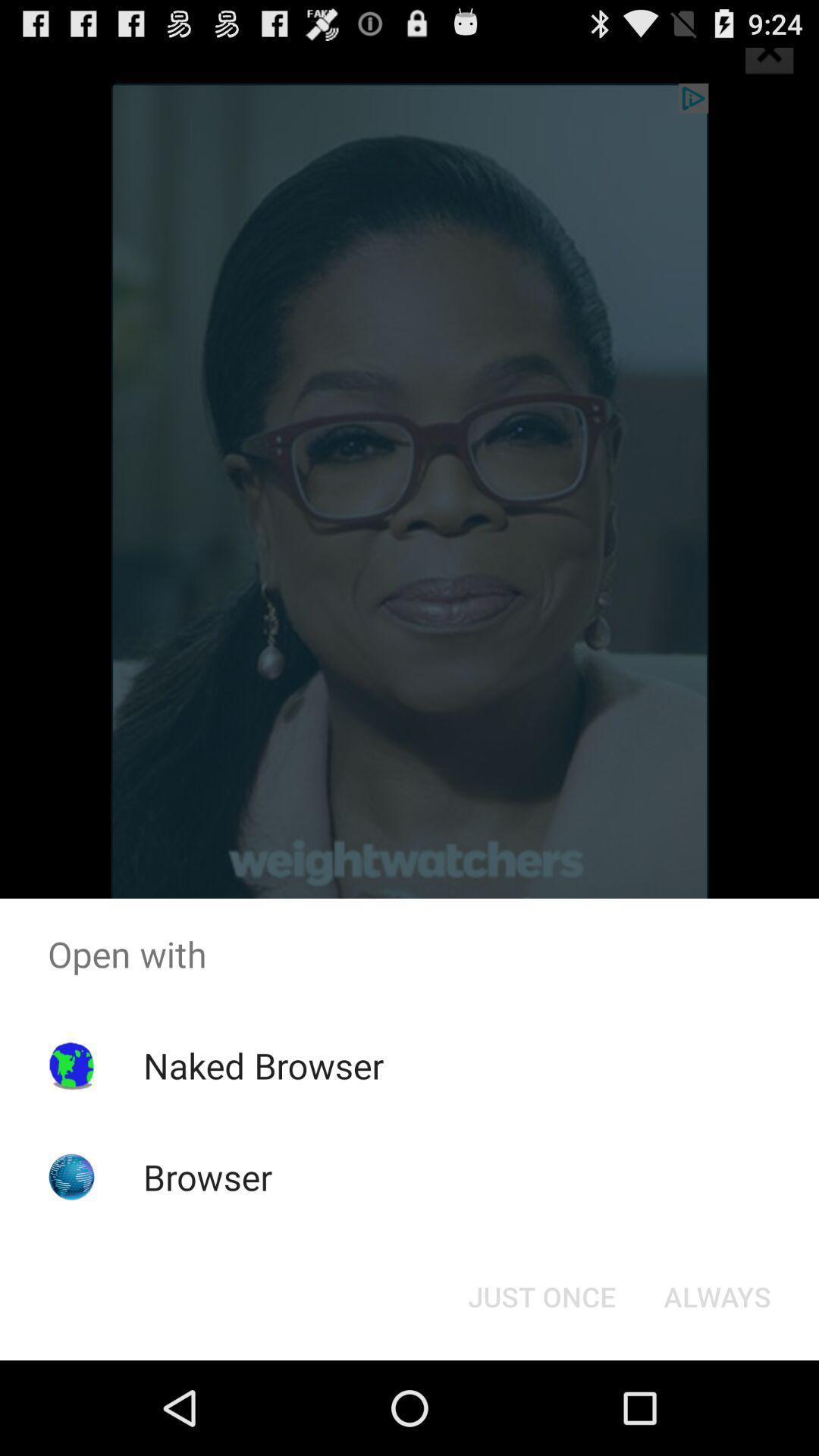 This screenshot has height=1456, width=819. What do you see at coordinates (717, 1295) in the screenshot?
I see `the button at the bottom right corner` at bounding box center [717, 1295].